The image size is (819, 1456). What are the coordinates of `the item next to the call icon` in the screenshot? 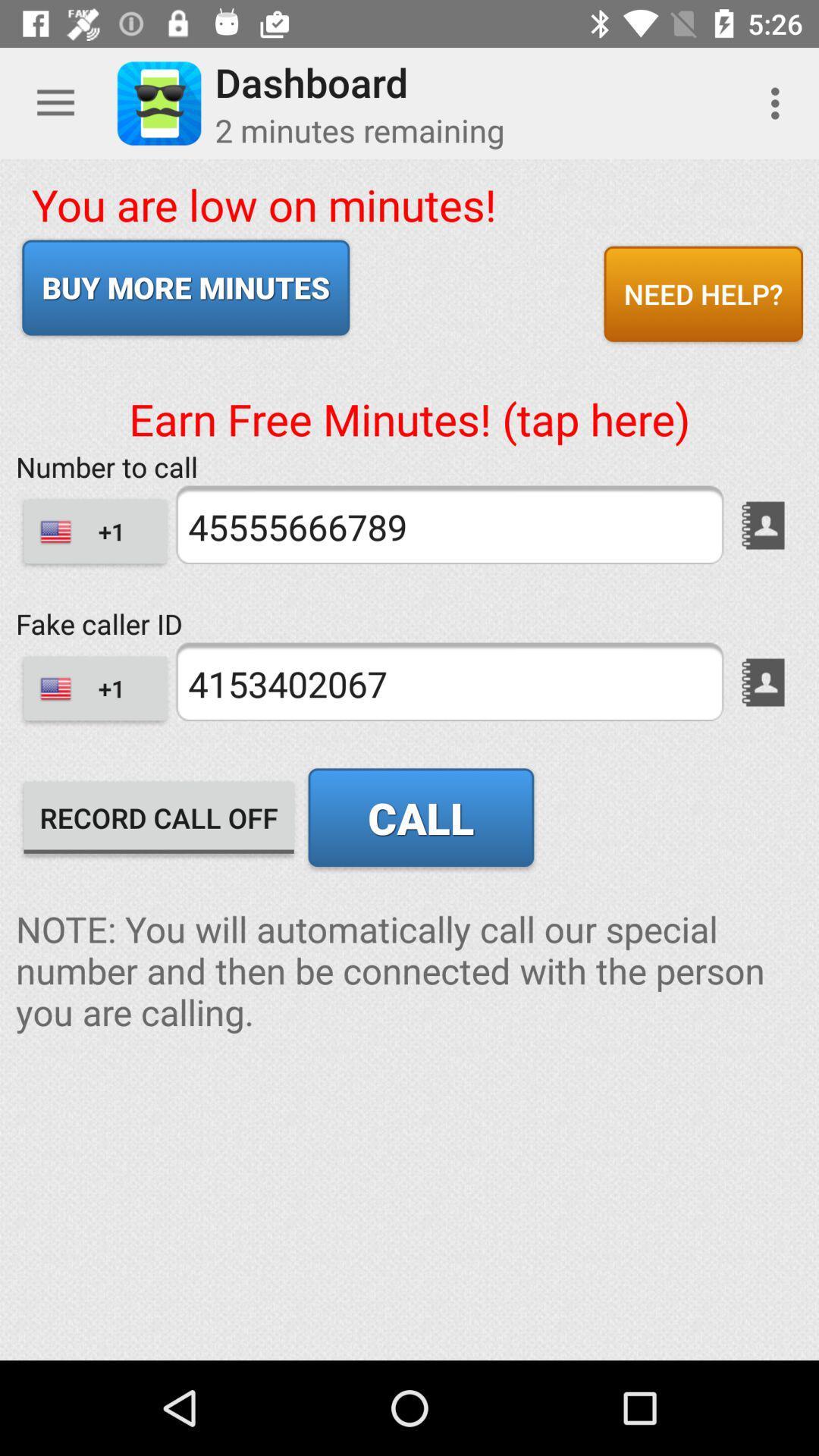 It's located at (158, 817).